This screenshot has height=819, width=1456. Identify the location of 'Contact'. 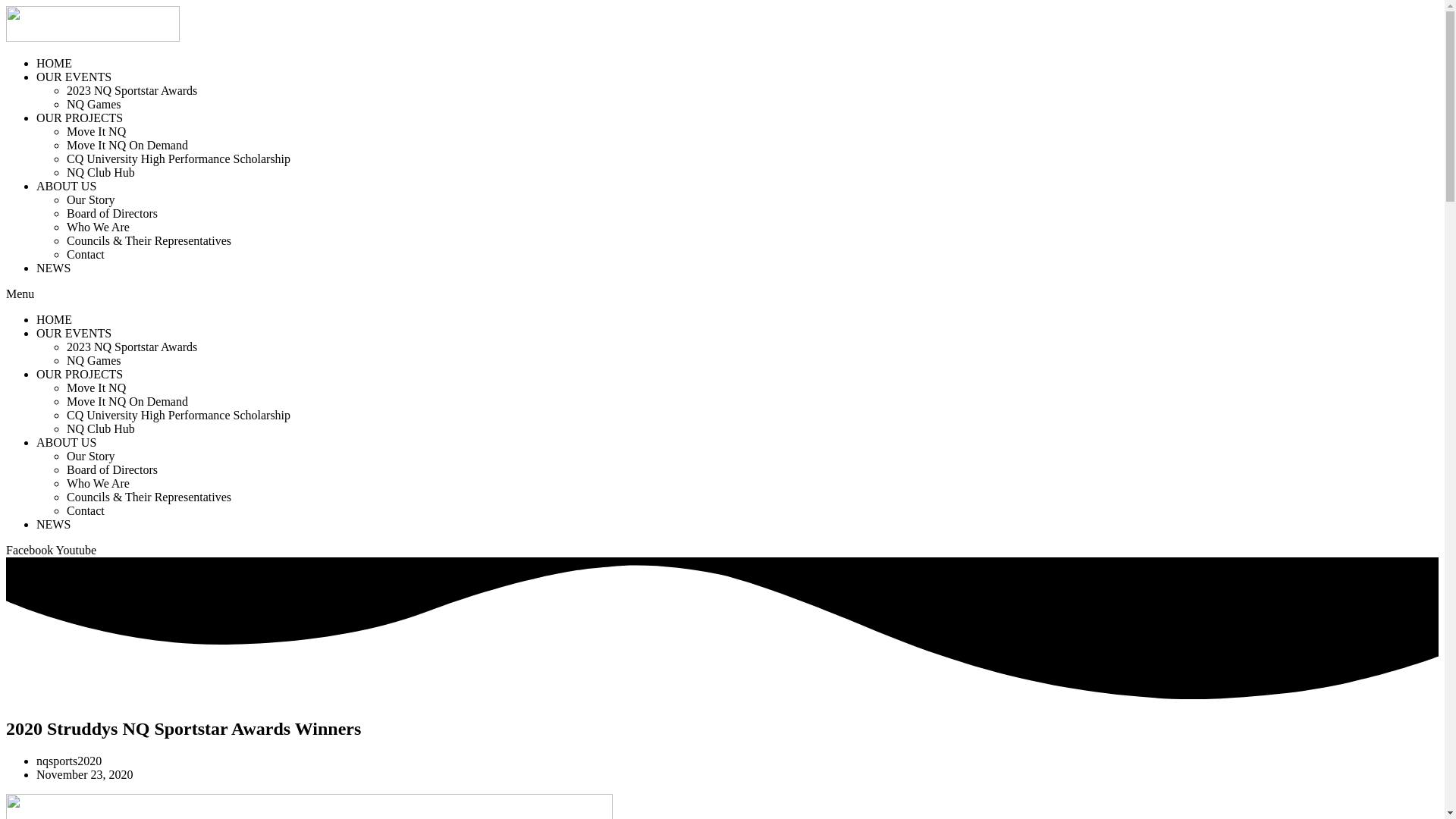
(85, 253).